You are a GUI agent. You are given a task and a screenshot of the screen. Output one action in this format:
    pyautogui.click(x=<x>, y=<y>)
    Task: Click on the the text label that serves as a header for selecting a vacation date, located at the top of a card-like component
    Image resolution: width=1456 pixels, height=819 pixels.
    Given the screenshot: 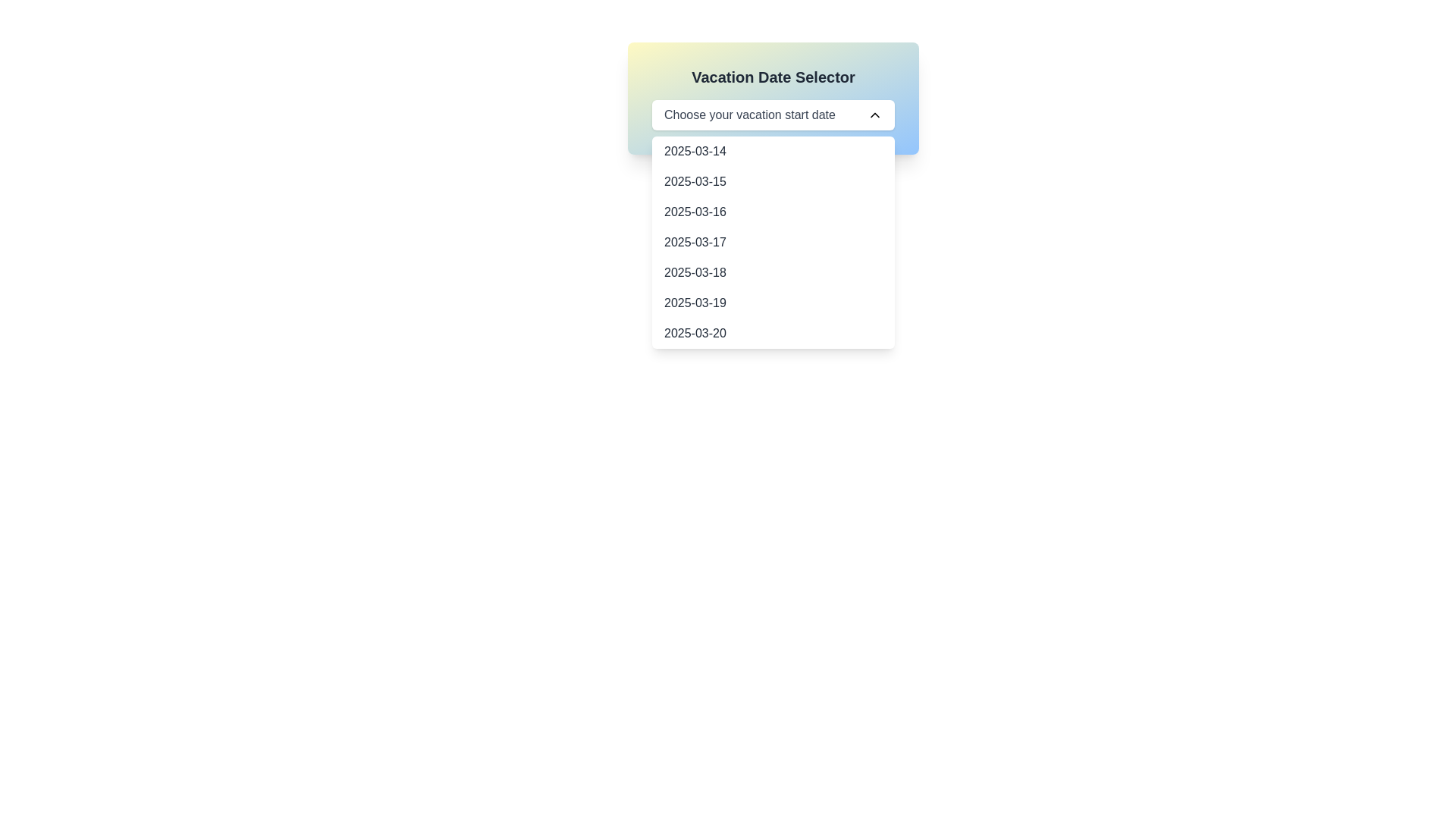 What is the action you would take?
    pyautogui.click(x=773, y=77)
    